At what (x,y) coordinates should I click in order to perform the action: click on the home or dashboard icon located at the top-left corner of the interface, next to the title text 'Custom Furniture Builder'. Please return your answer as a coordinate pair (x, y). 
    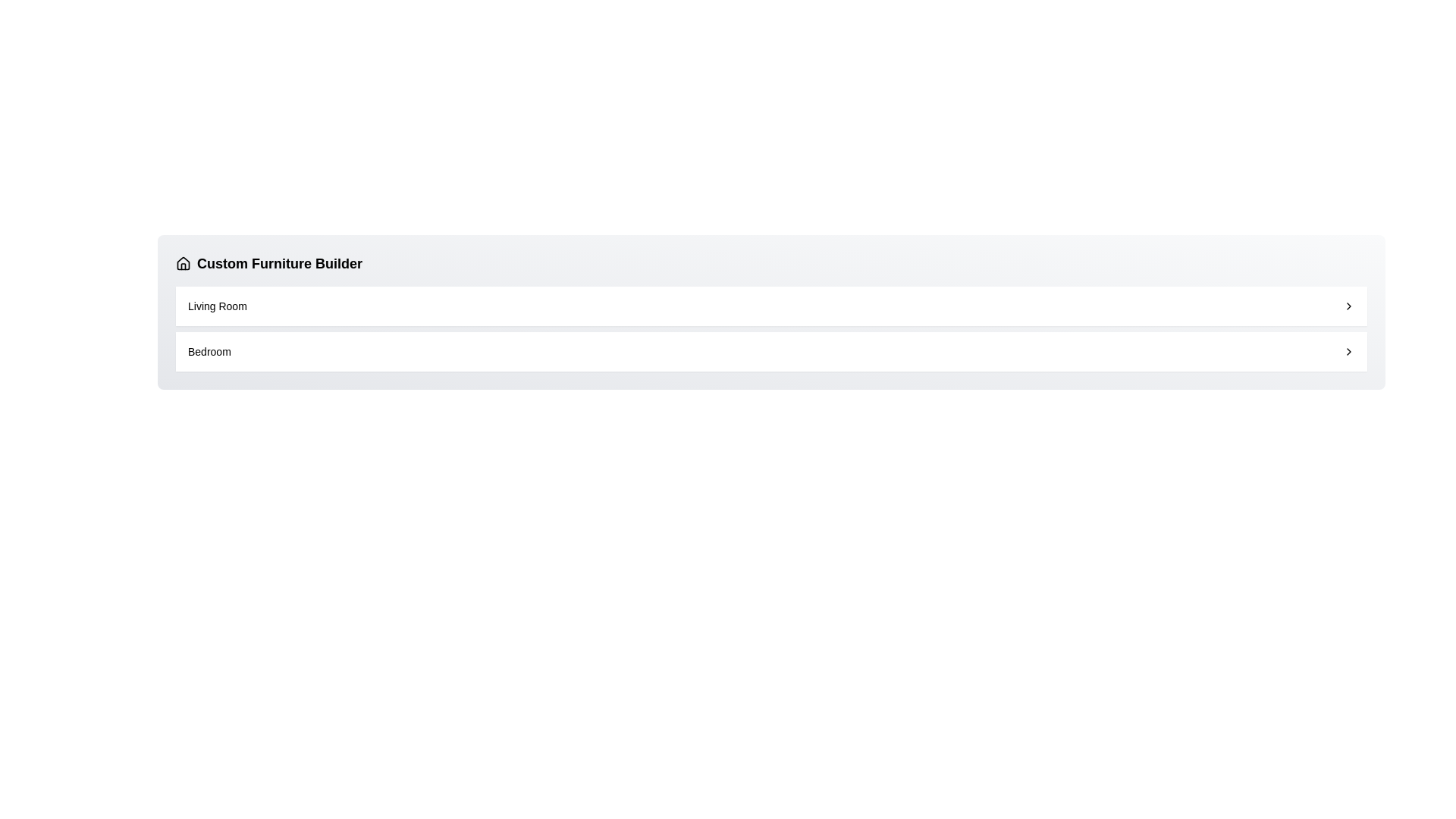
    Looking at the image, I should click on (182, 262).